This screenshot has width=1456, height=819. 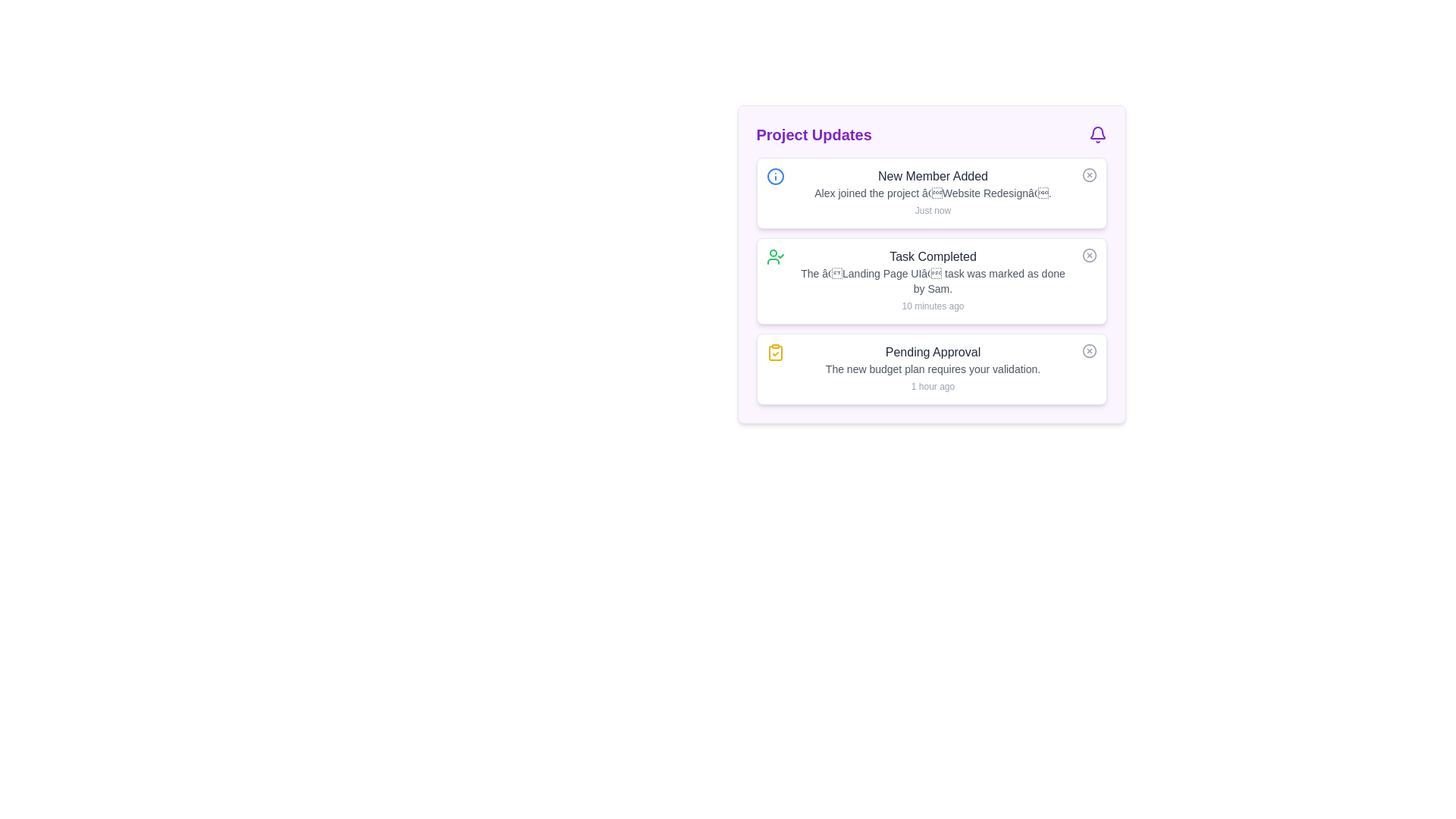 I want to click on the user icon with a checkmark, styled in green, located to the left of the 'Task Completed' title in the second notification card of the 'Project Updates' section, so click(x=775, y=256).